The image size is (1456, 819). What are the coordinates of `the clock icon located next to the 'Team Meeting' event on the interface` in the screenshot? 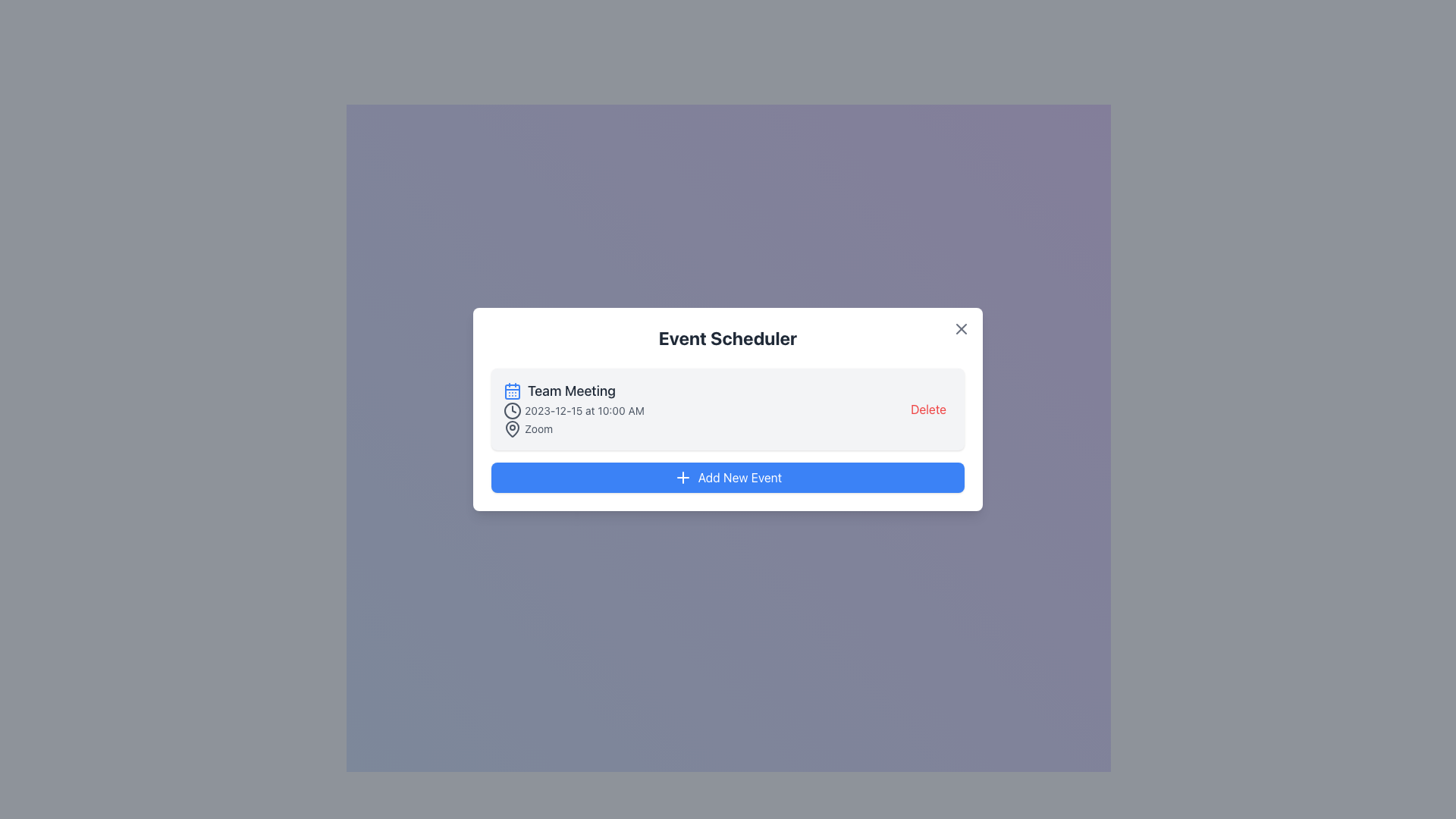 It's located at (513, 411).